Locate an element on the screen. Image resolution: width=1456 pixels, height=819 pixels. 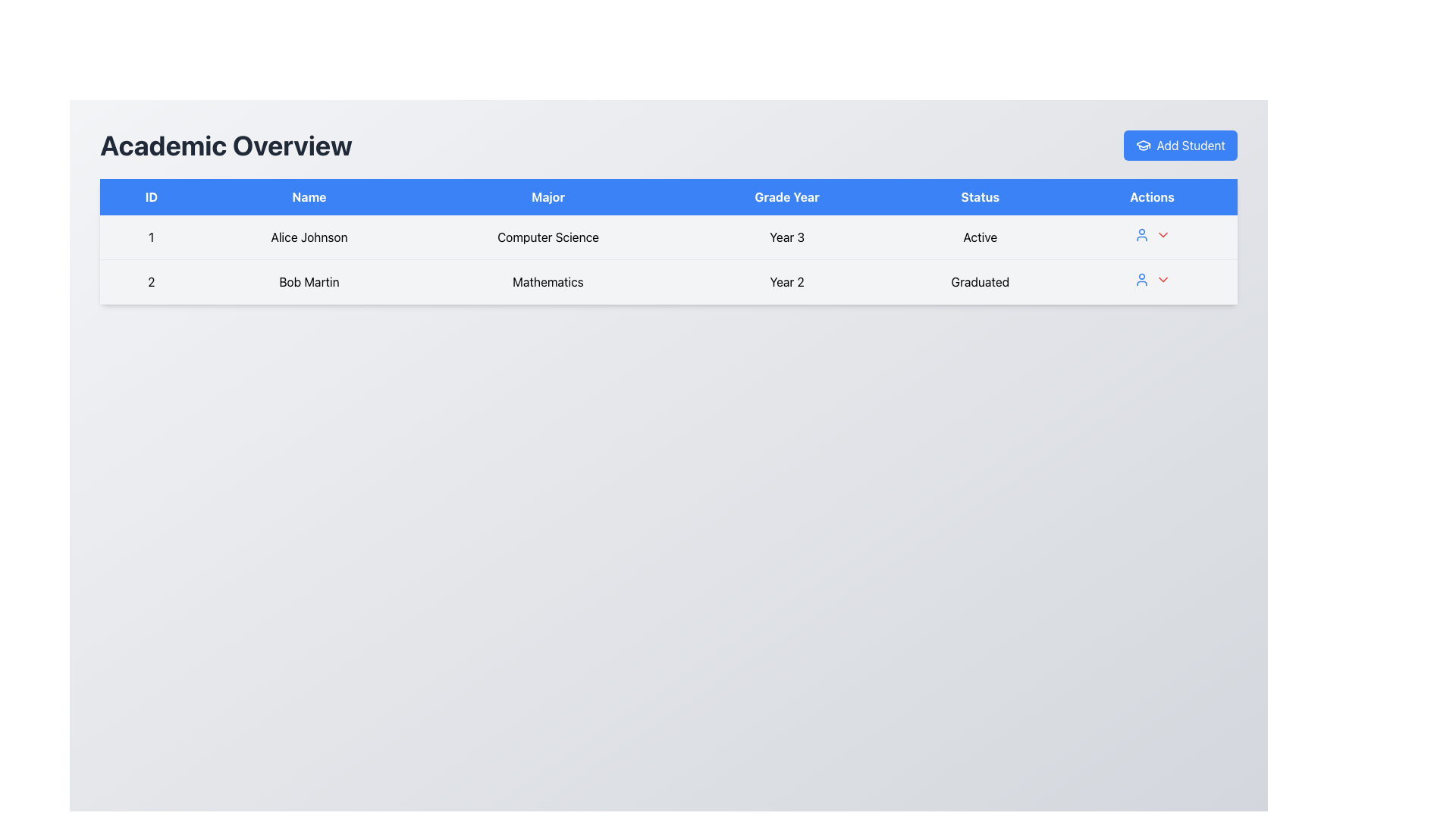
the interactive Action Cell in the 'Actions' column of the first row, which contains a blue person icon and a red downward arrow icon is located at coordinates (1152, 237).